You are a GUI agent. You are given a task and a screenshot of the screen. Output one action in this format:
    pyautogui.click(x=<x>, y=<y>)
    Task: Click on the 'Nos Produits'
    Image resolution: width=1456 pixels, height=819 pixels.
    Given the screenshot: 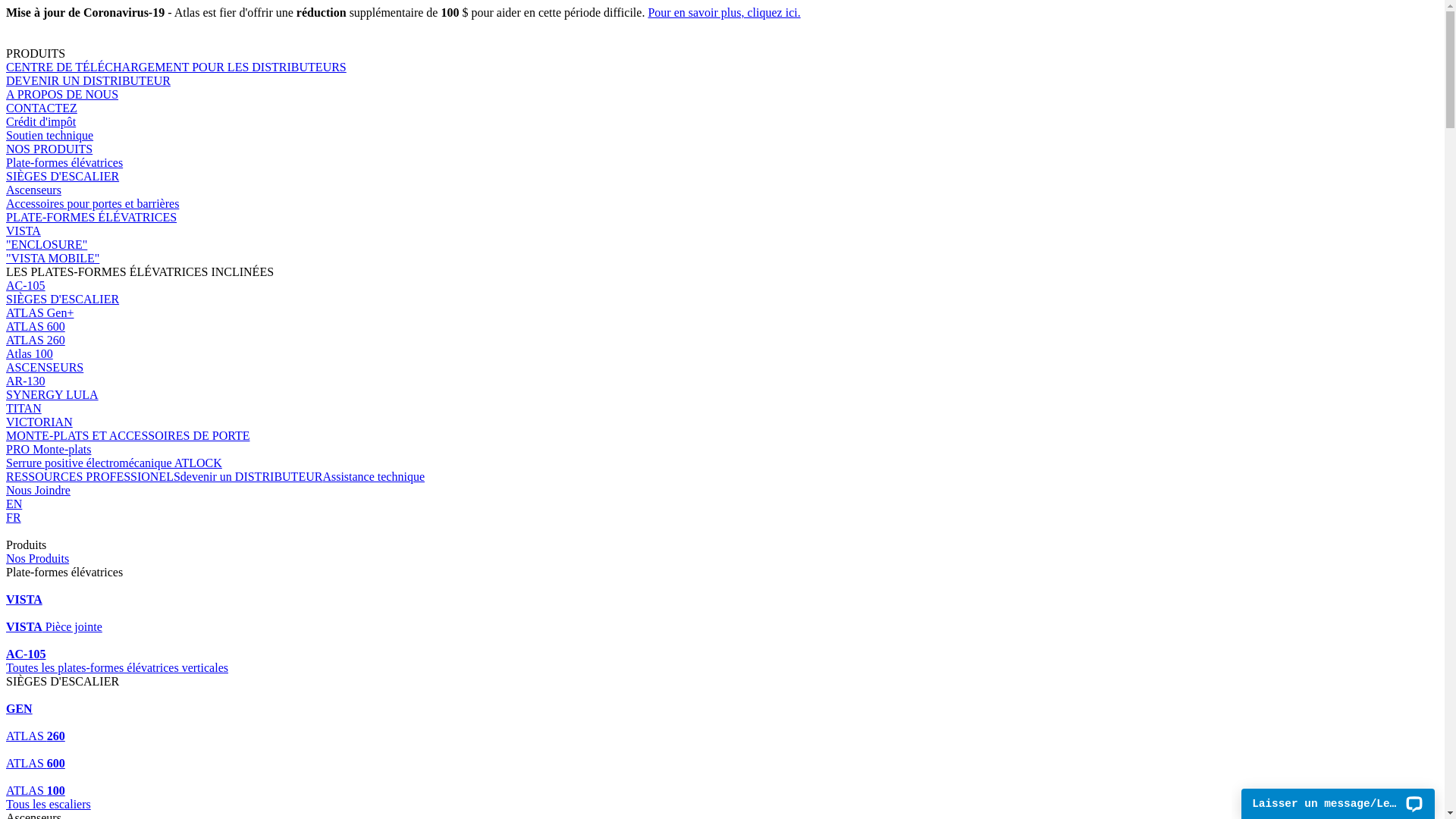 What is the action you would take?
    pyautogui.click(x=37, y=558)
    